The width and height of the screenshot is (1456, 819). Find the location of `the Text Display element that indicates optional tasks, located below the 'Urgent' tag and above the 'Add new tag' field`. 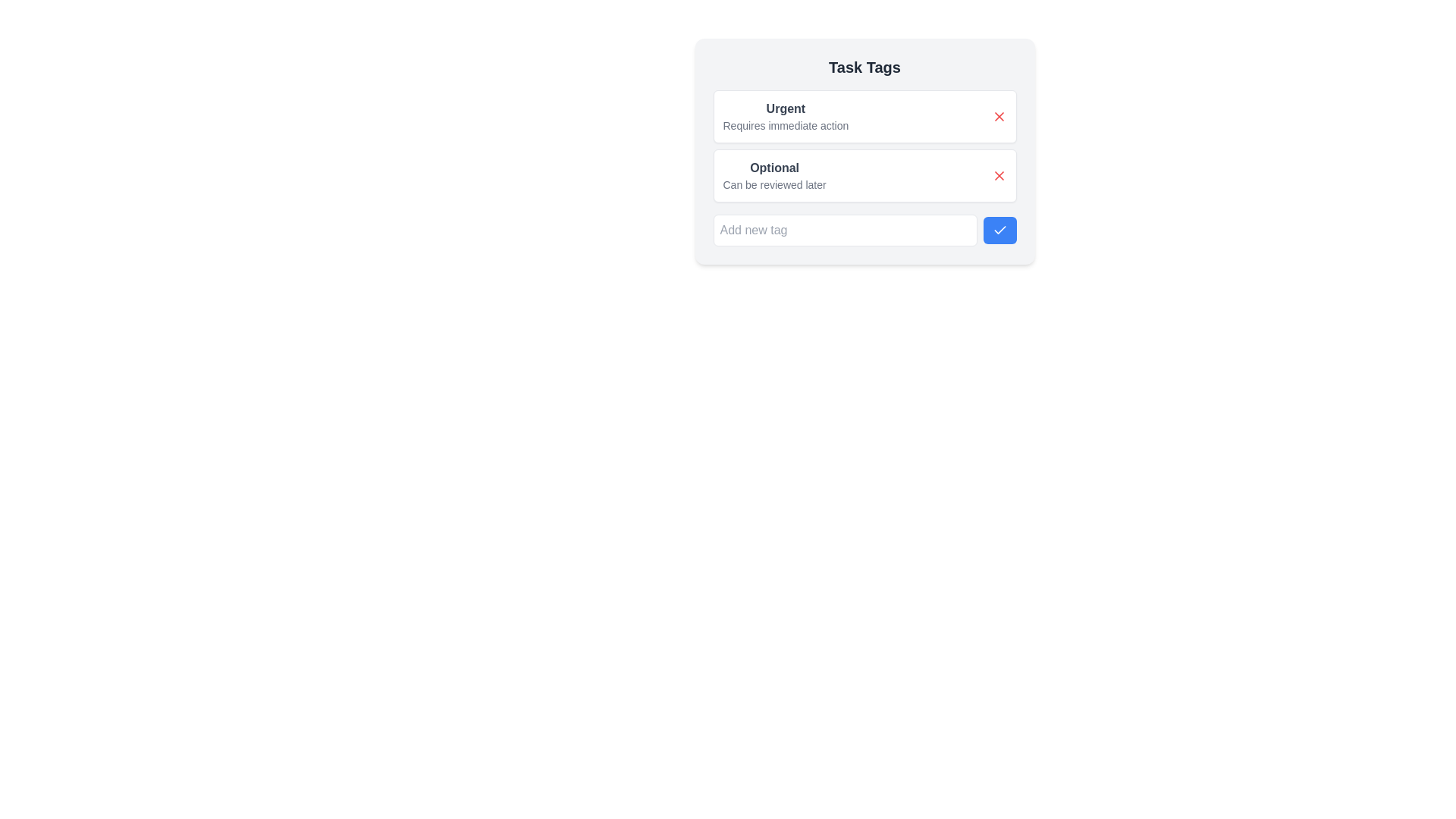

the Text Display element that indicates optional tasks, located below the 'Urgent' tag and above the 'Add new tag' field is located at coordinates (774, 174).